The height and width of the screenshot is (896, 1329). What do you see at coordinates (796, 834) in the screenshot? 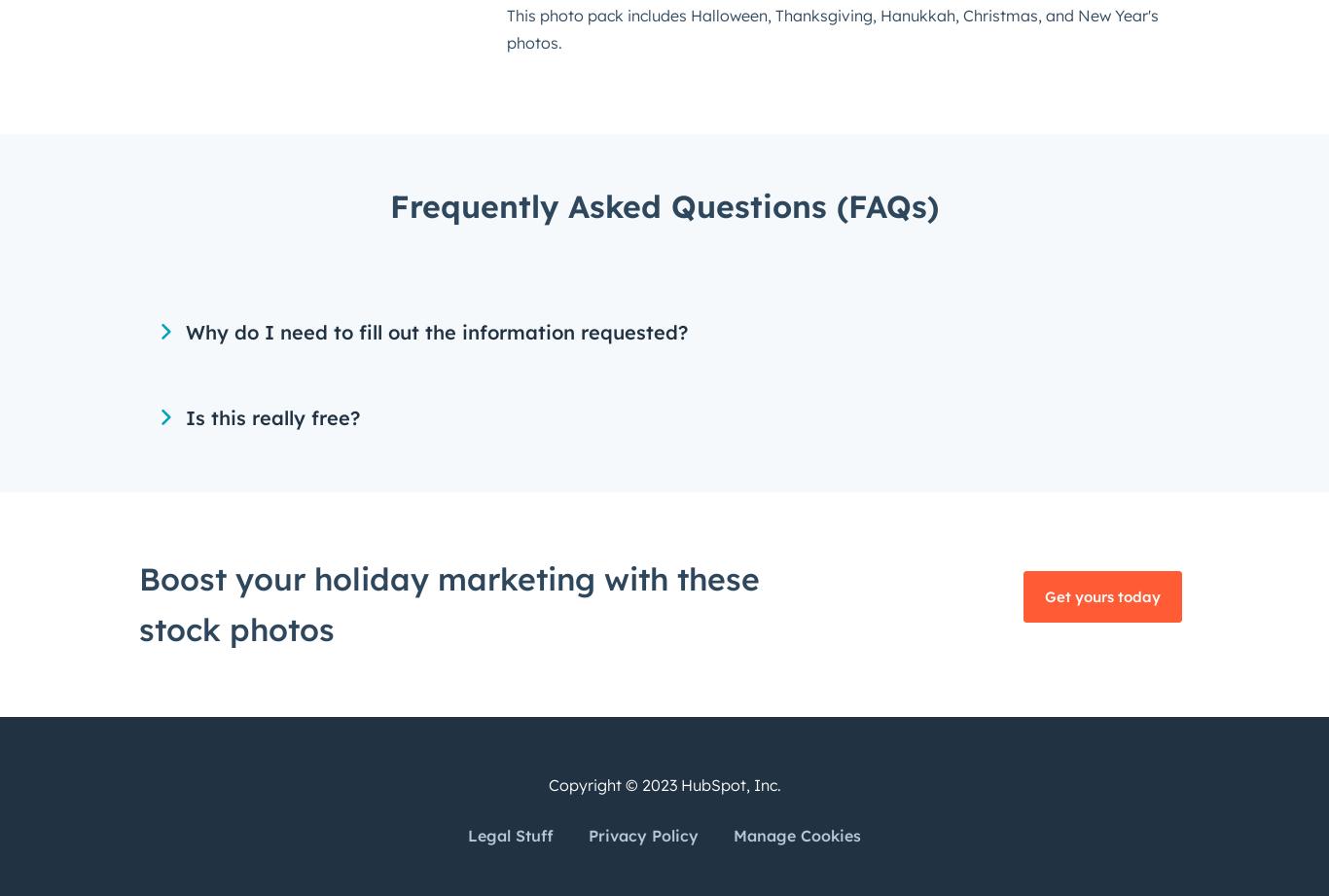
I see `'Manage Cookies'` at bounding box center [796, 834].